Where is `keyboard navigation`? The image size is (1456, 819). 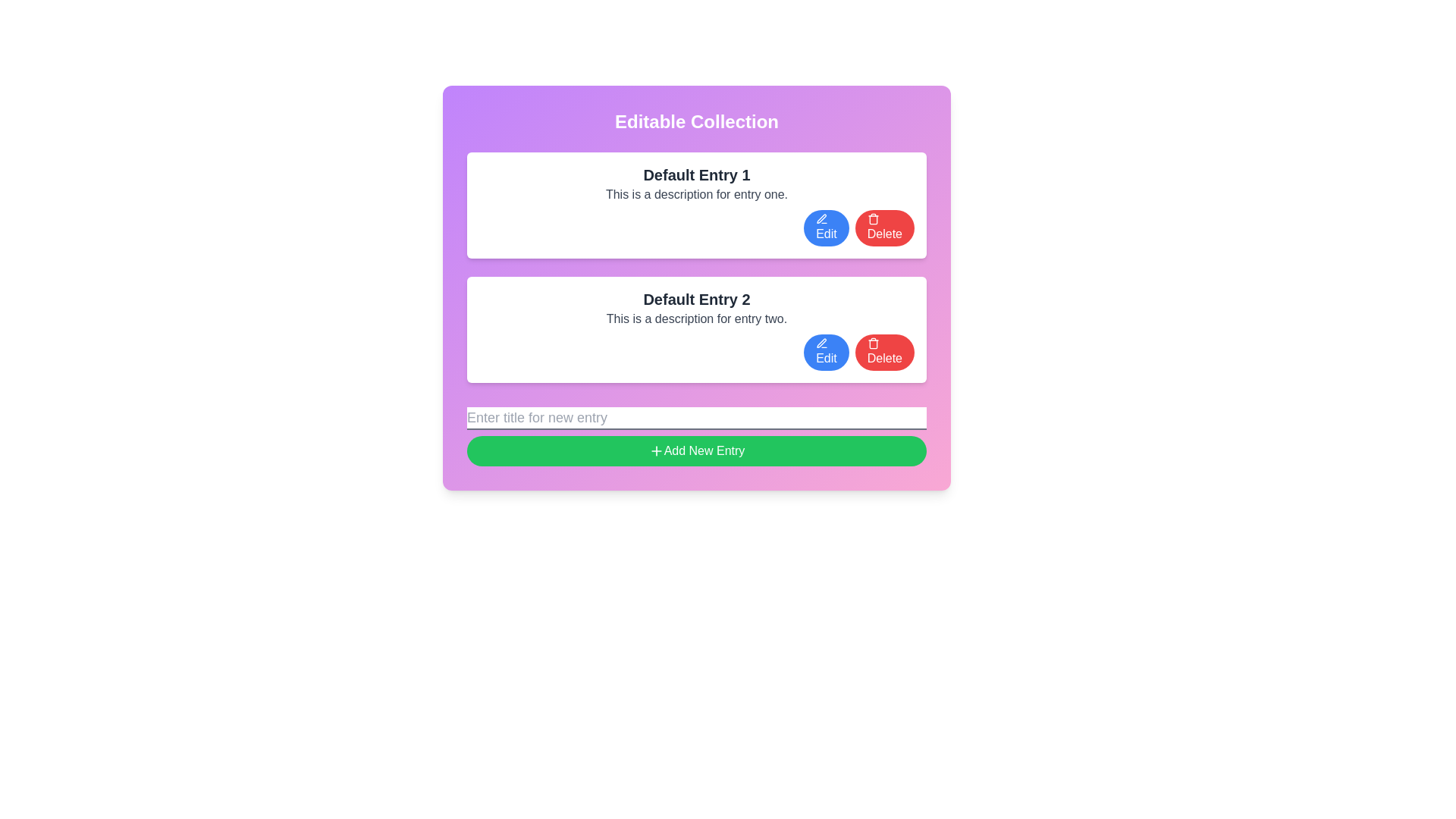
keyboard navigation is located at coordinates (821, 219).